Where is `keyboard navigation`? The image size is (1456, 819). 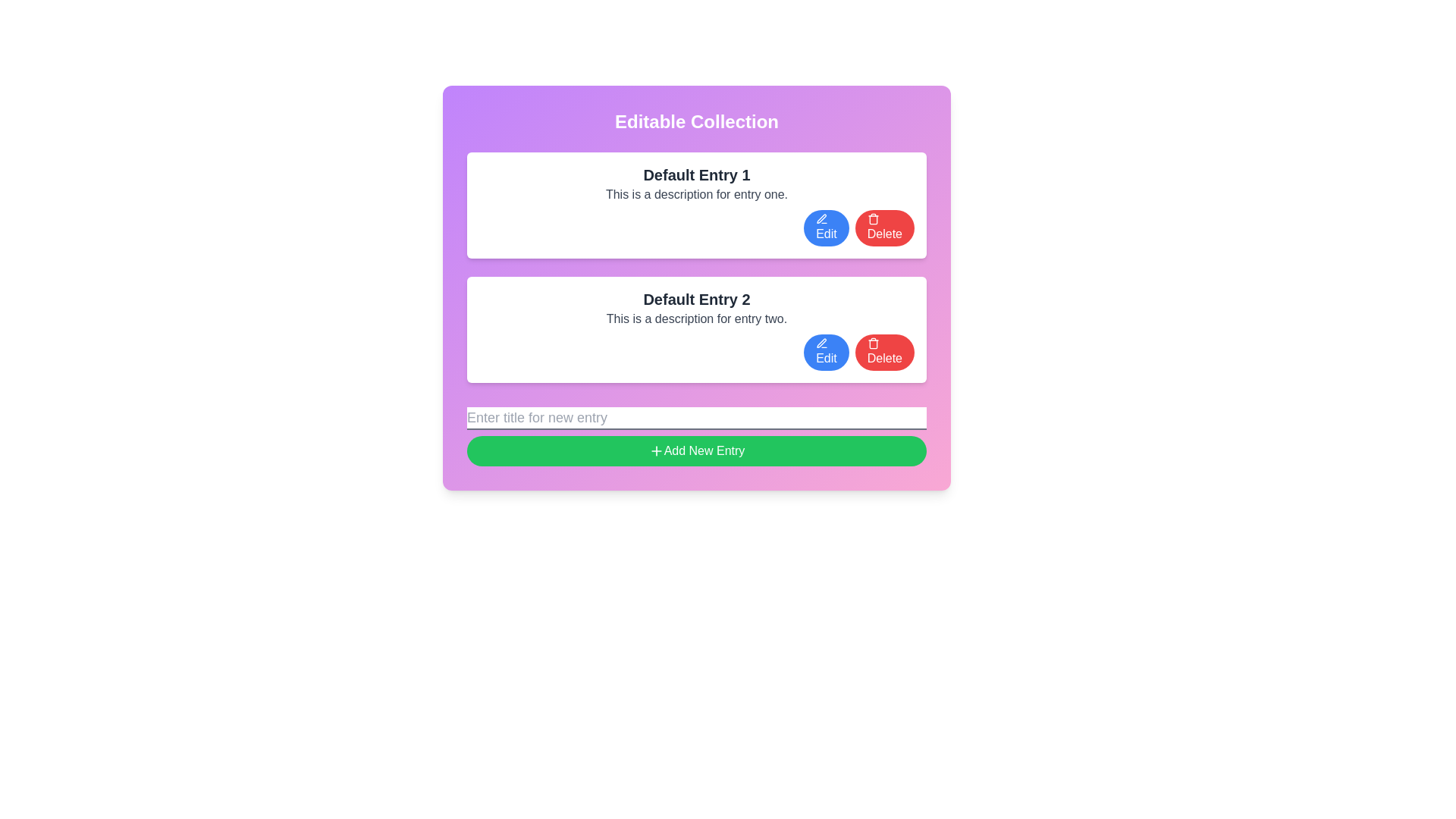
keyboard navigation is located at coordinates (821, 219).